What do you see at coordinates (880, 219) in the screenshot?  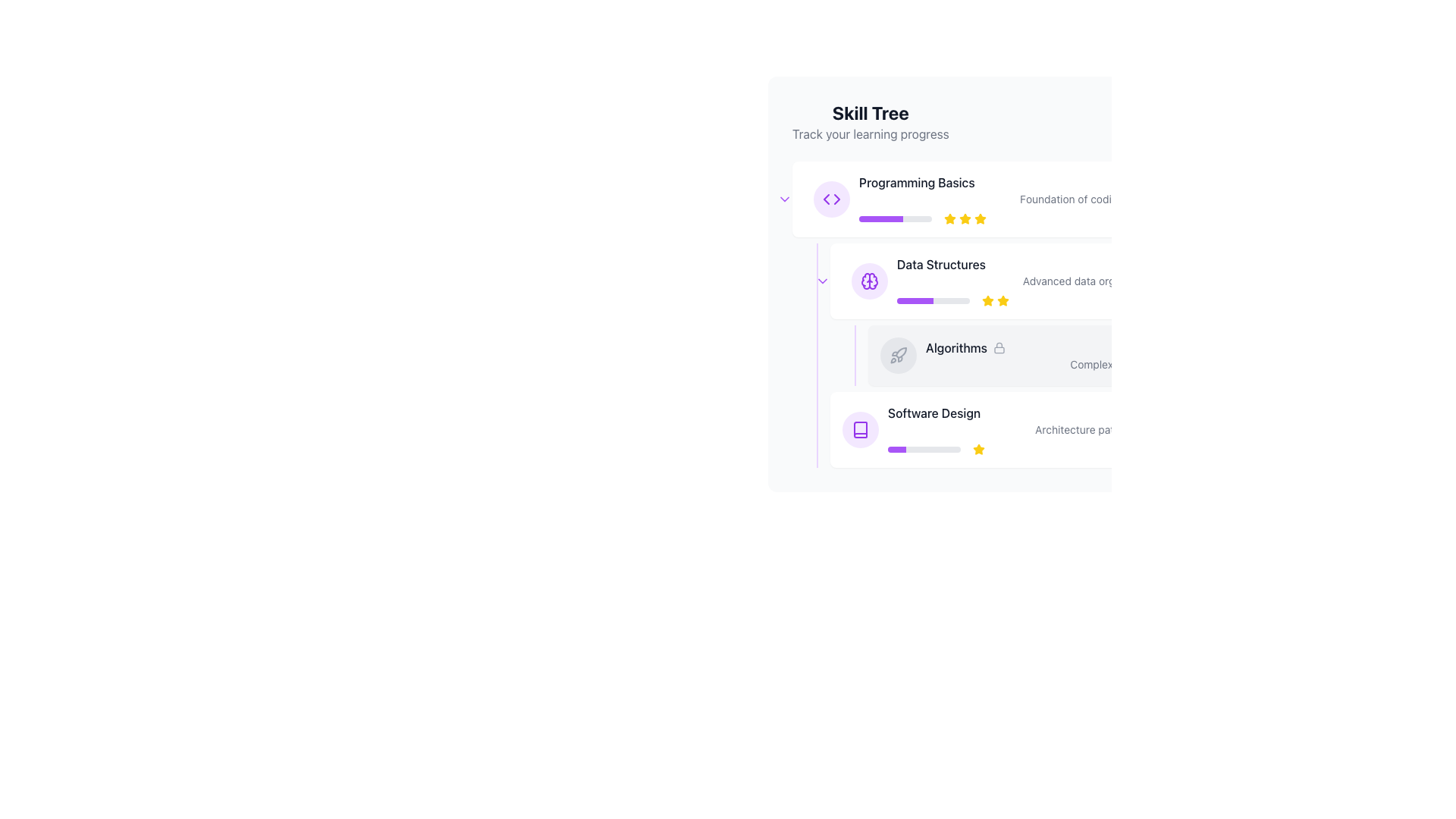 I see `the progress bar segment representing the user's progress in the 'Programming Basics' section of the Skill Tree interface` at bounding box center [880, 219].